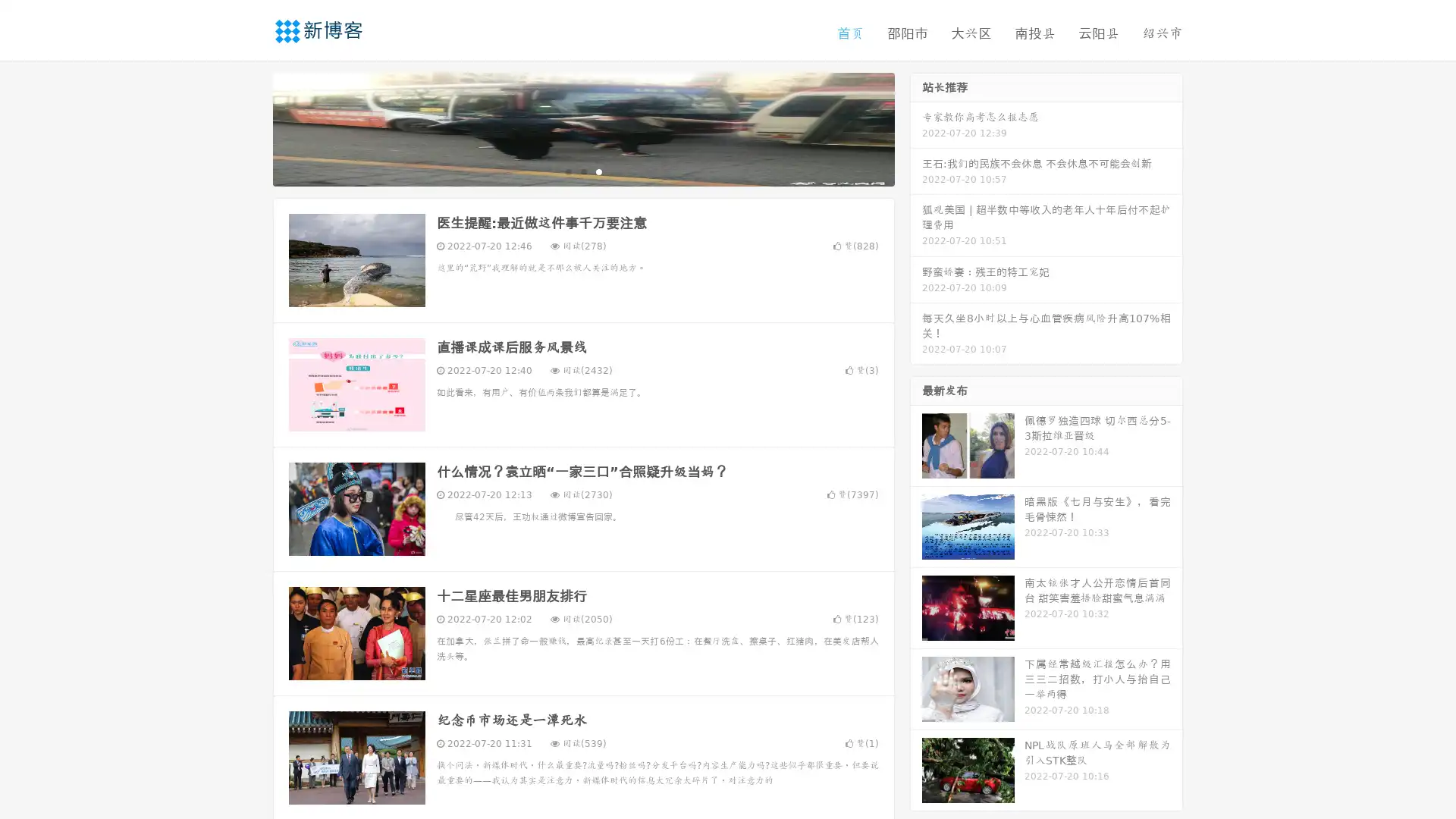 The height and width of the screenshot is (819, 1456). Describe the element at coordinates (598, 171) in the screenshot. I see `Go to slide 3` at that location.